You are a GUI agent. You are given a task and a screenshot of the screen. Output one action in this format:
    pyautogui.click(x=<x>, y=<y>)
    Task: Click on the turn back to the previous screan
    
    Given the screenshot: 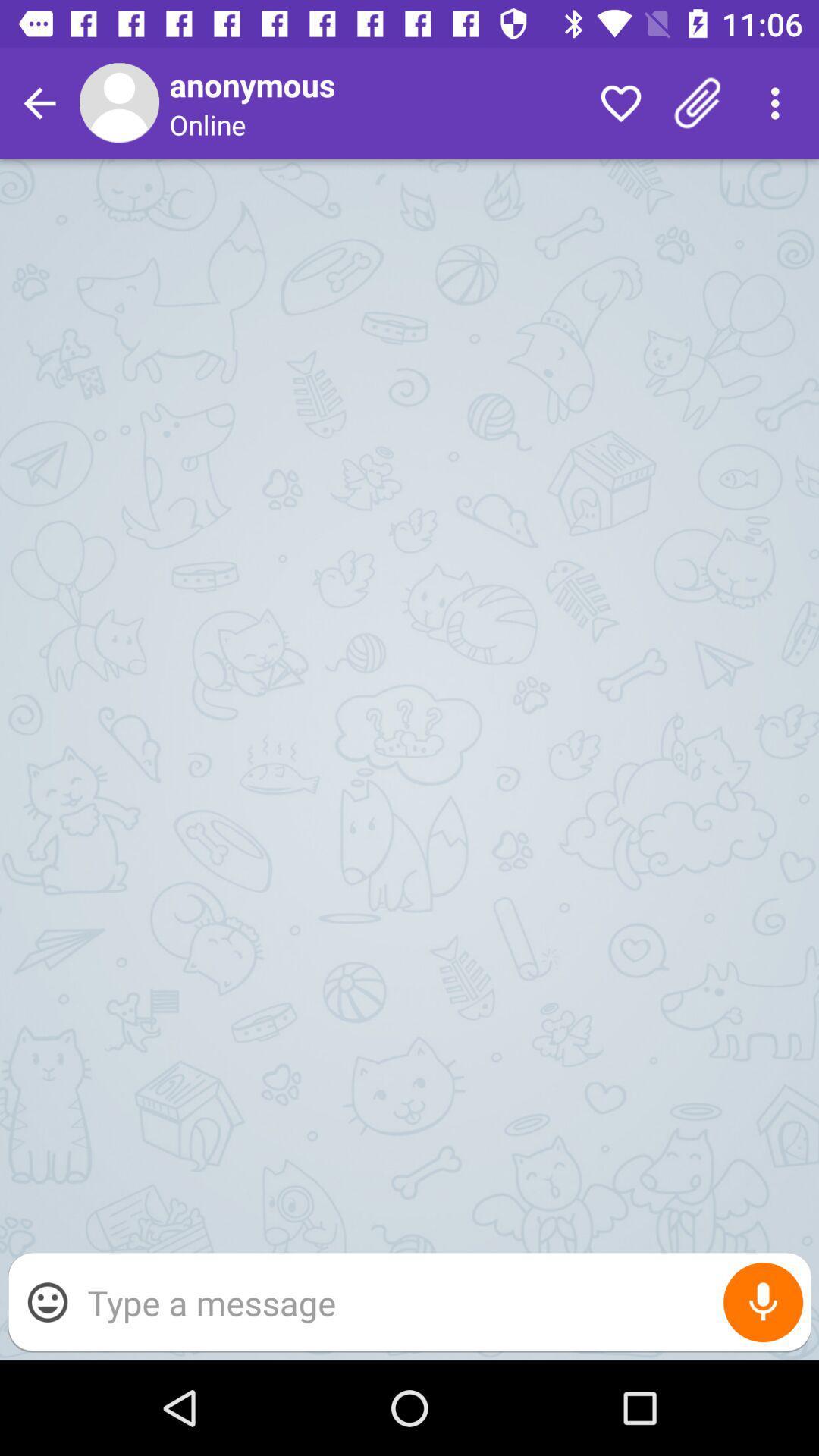 What is the action you would take?
    pyautogui.click(x=39, y=102)
    